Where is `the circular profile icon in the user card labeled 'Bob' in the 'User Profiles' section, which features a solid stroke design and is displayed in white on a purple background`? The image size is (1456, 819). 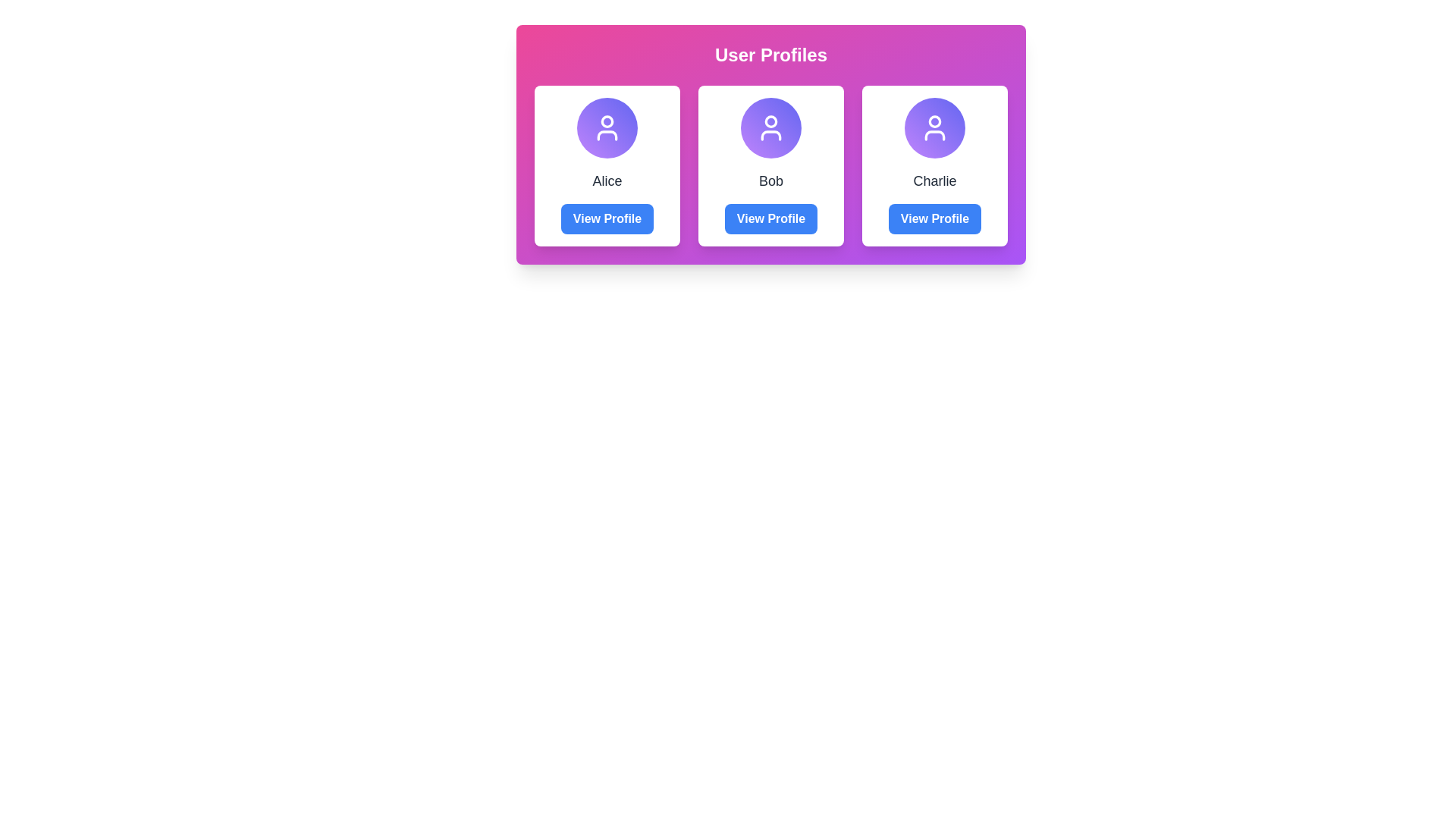
the circular profile icon in the user card labeled 'Bob' in the 'User Profiles' section, which features a solid stroke design and is displayed in white on a purple background is located at coordinates (771, 120).